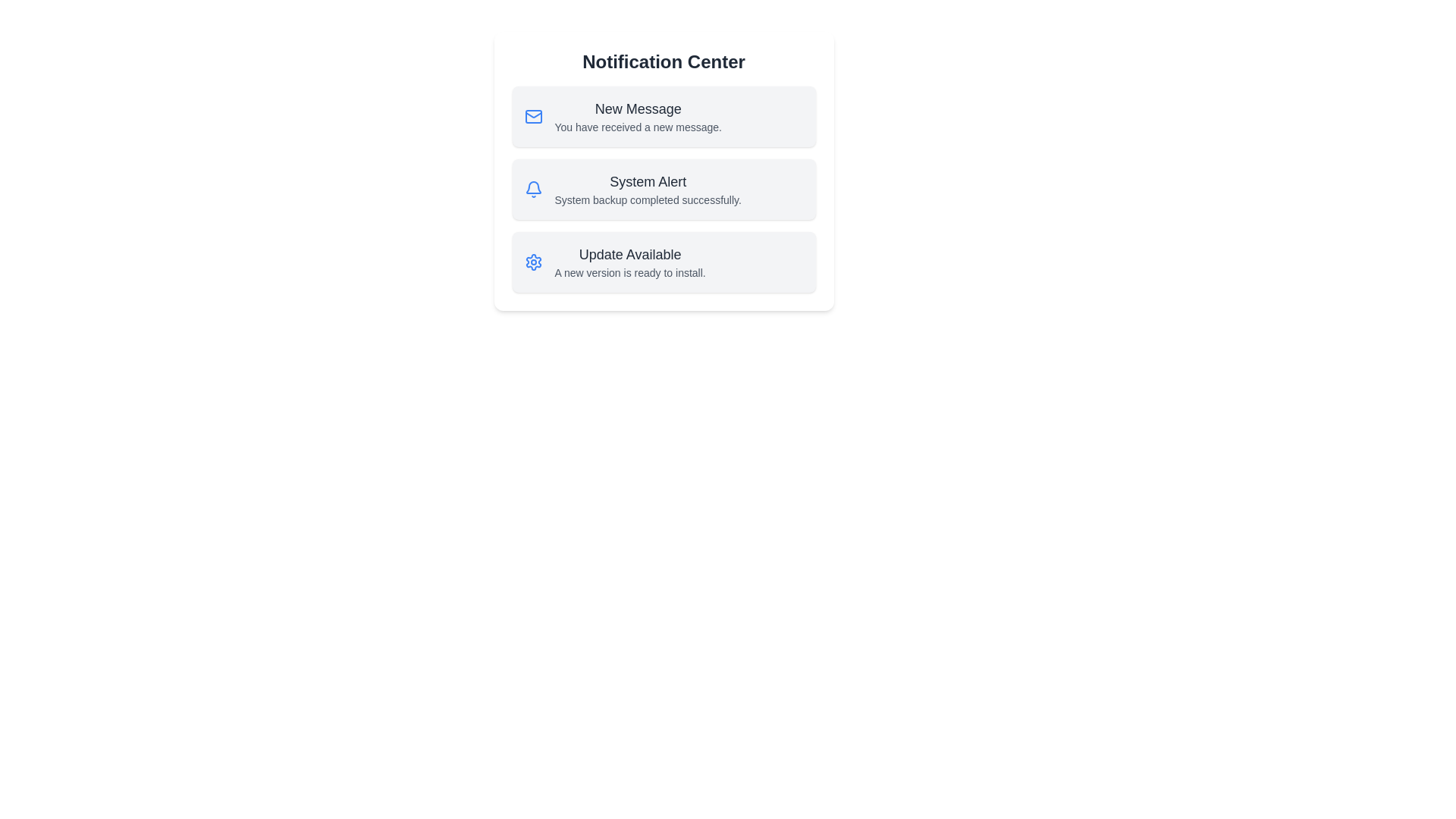 Image resolution: width=1456 pixels, height=819 pixels. What do you see at coordinates (648, 180) in the screenshot?
I see `the 'System Alert' text label displayed in bold and dark gray color within the notification center, positioned above the description text and below the bell icon` at bounding box center [648, 180].